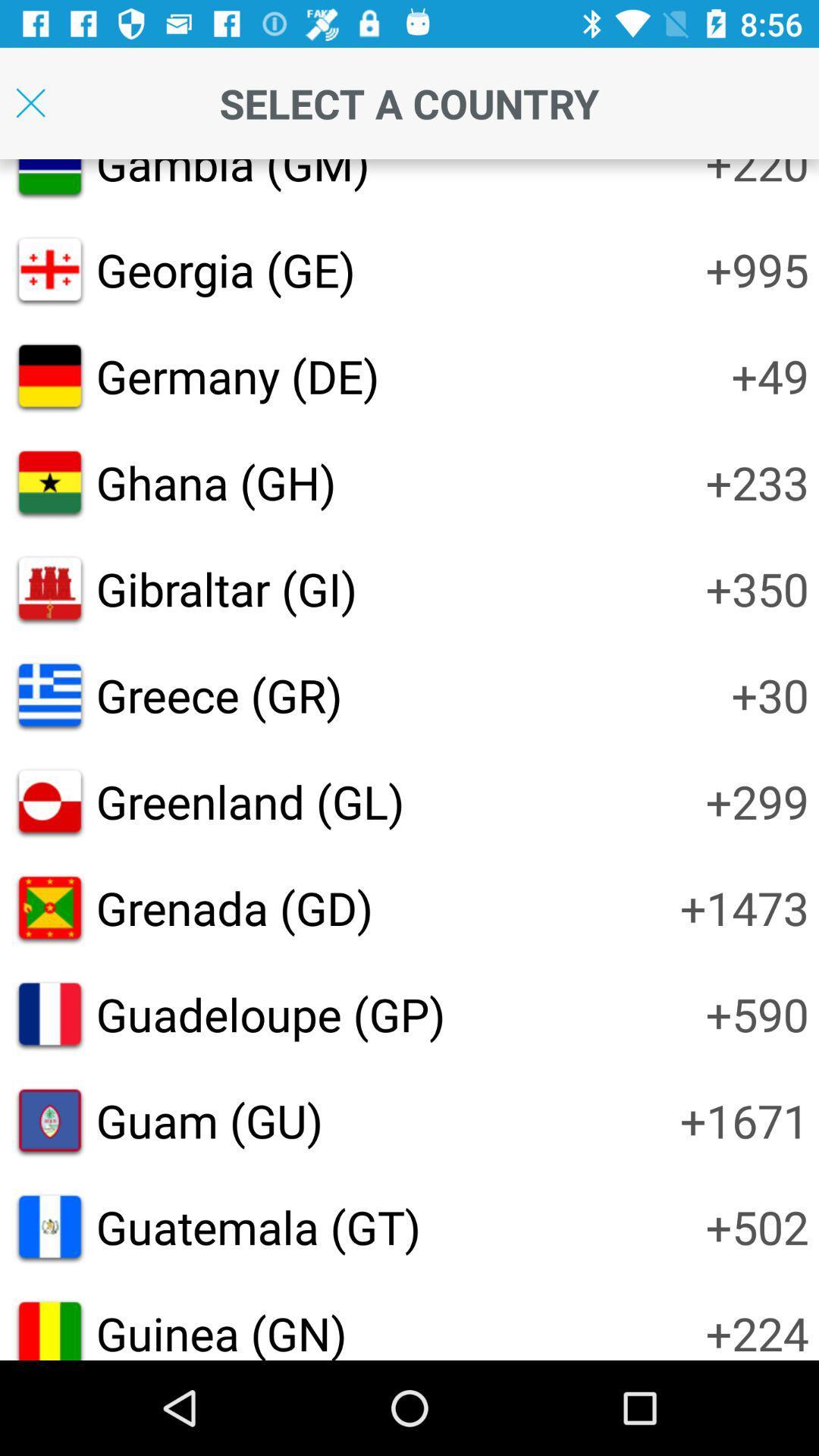  I want to click on icon to the left of +299, so click(249, 800).